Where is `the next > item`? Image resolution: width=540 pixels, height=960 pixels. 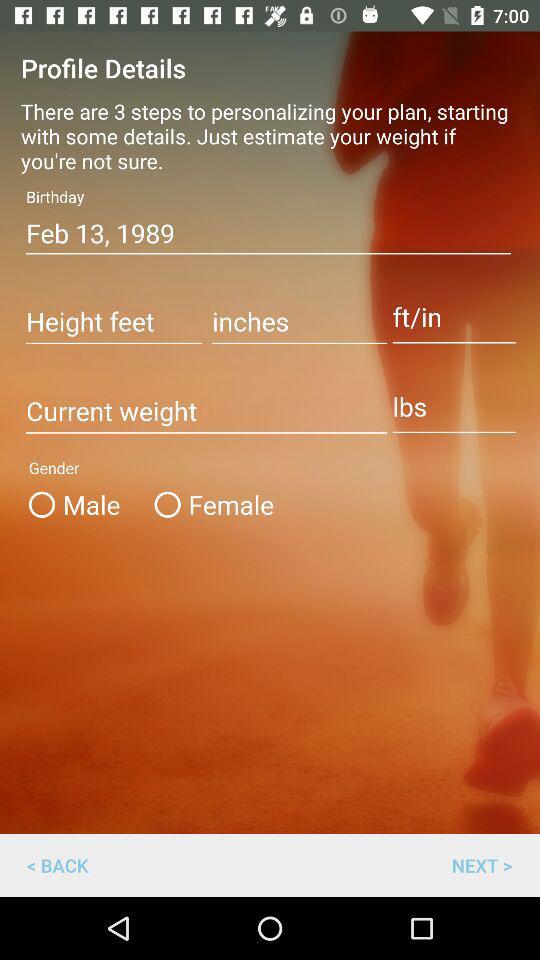
the next > item is located at coordinates (481, 864).